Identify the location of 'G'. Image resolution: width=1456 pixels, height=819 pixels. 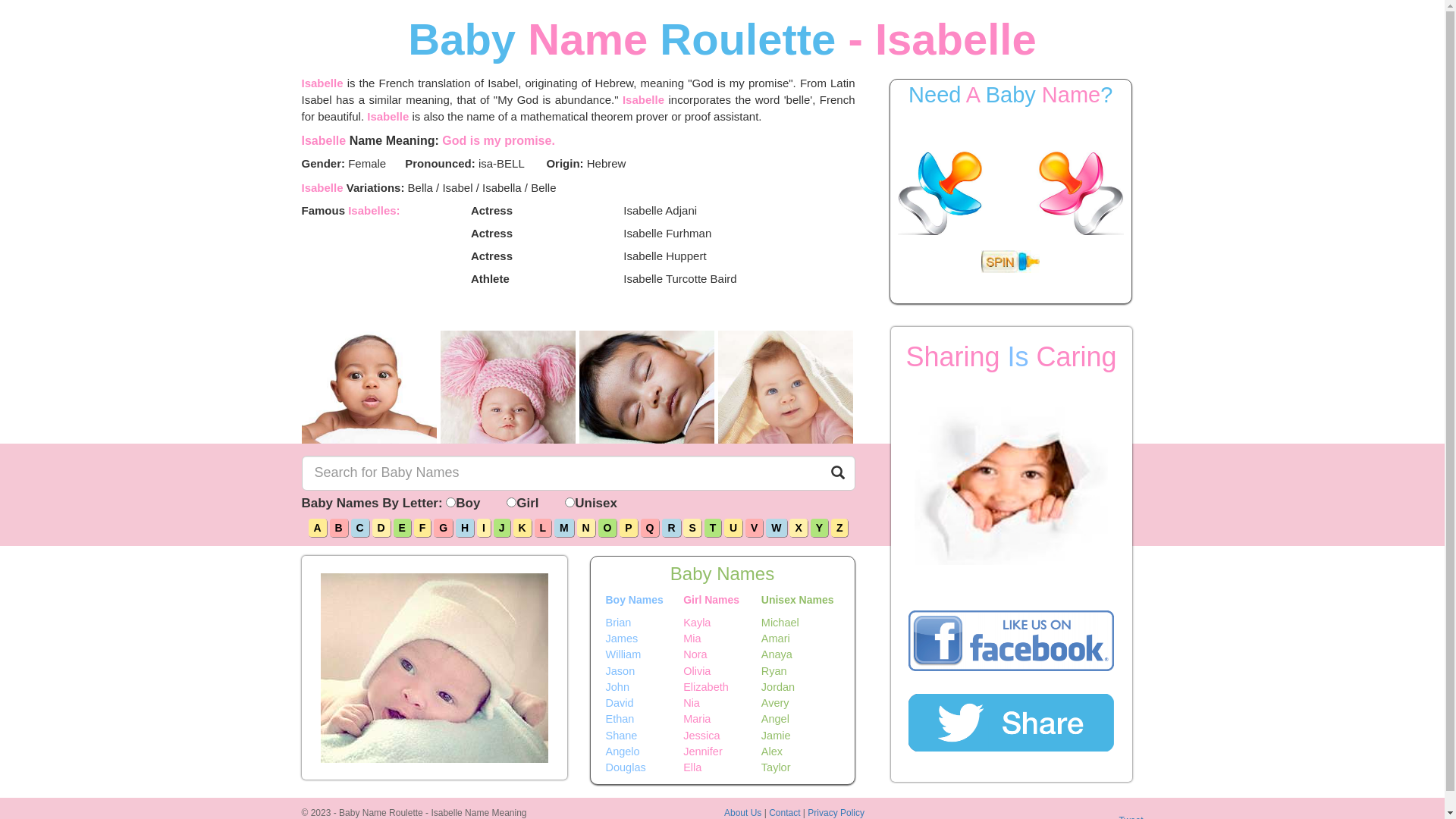
(442, 526).